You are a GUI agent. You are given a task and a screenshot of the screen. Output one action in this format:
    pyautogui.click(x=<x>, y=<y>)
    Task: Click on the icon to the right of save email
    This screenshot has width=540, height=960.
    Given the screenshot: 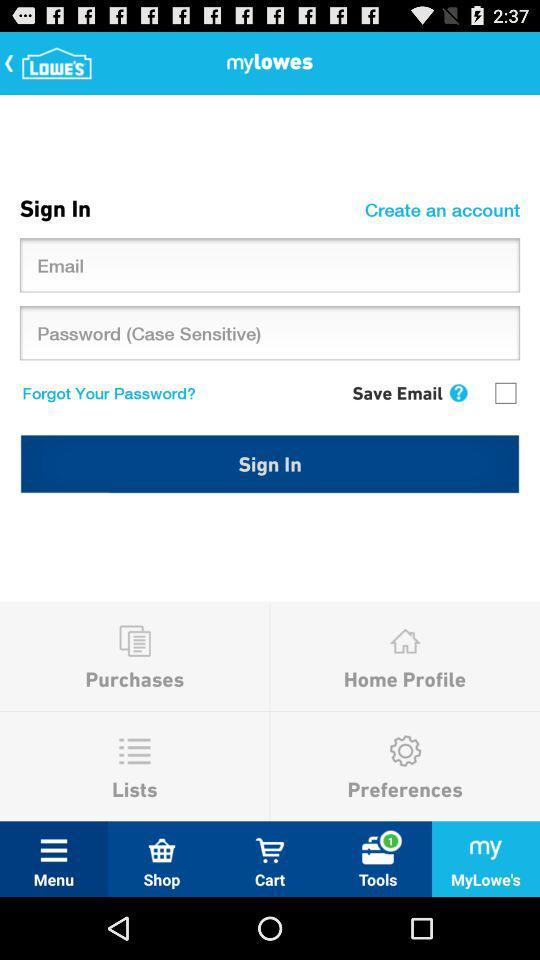 What is the action you would take?
    pyautogui.click(x=458, y=392)
    